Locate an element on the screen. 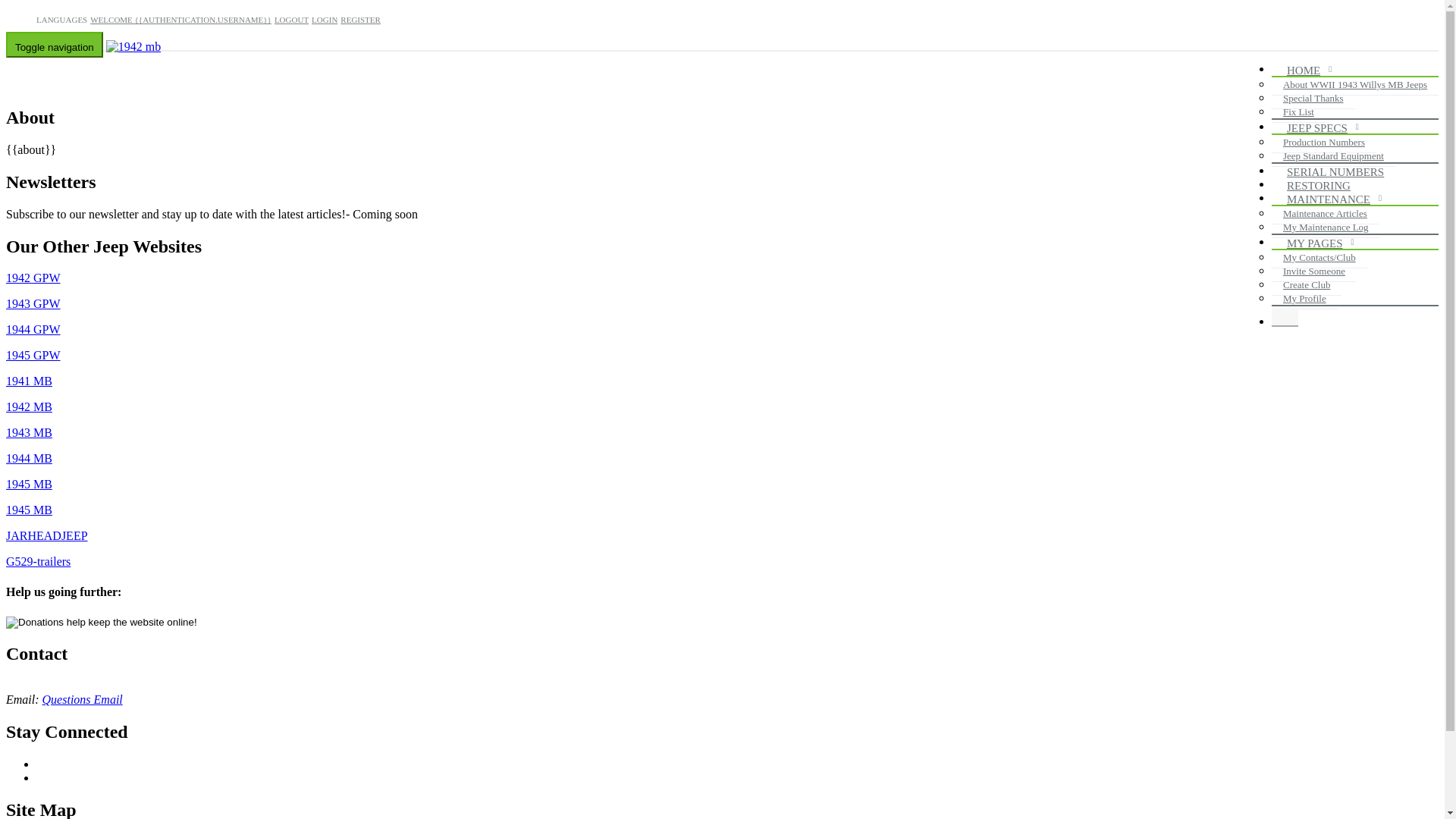 The image size is (1456, 819). 'Create Club' is located at coordinates (1306, 284).